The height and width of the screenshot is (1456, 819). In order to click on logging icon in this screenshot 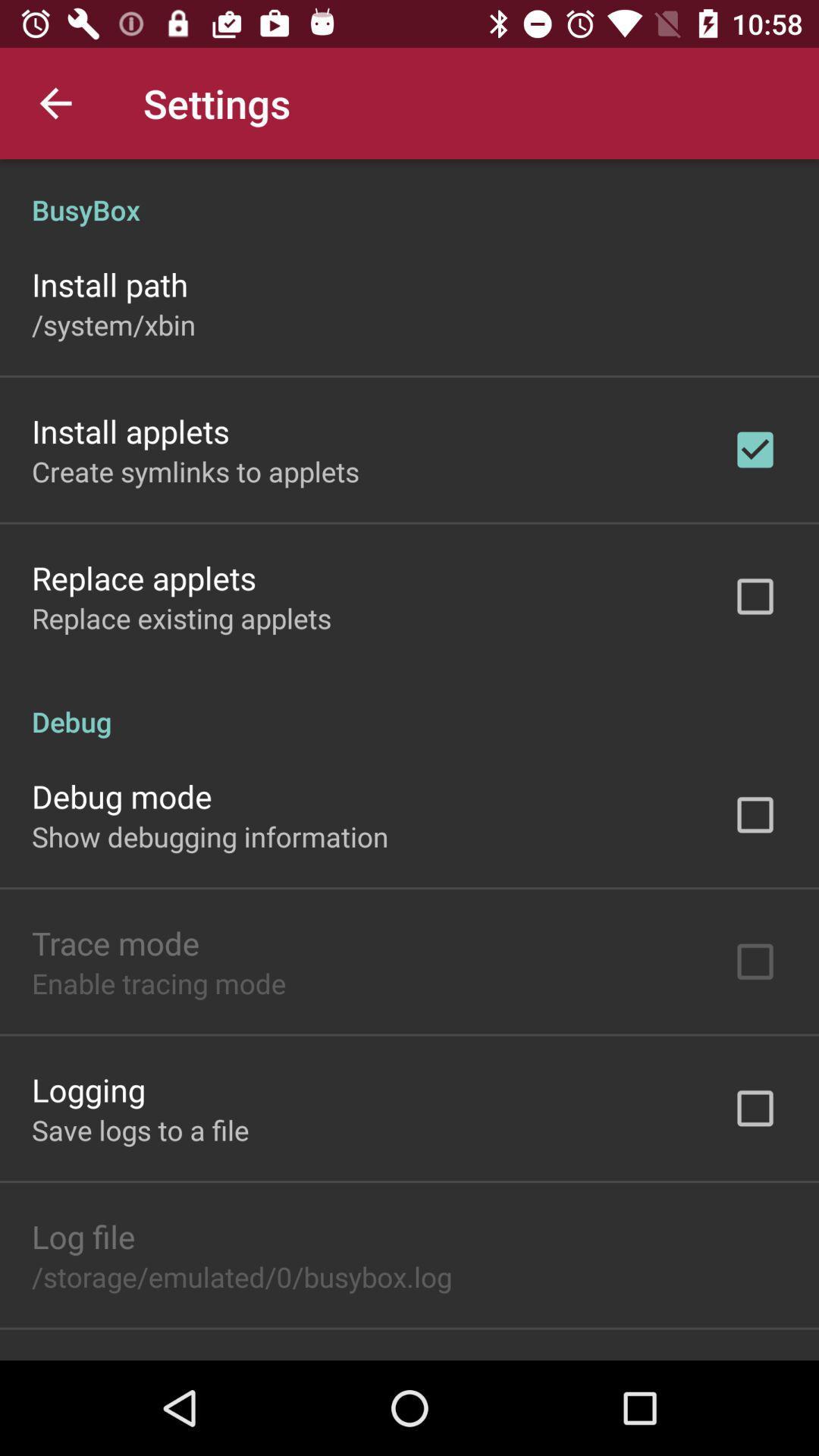, I will do `click(88, 1088)`.